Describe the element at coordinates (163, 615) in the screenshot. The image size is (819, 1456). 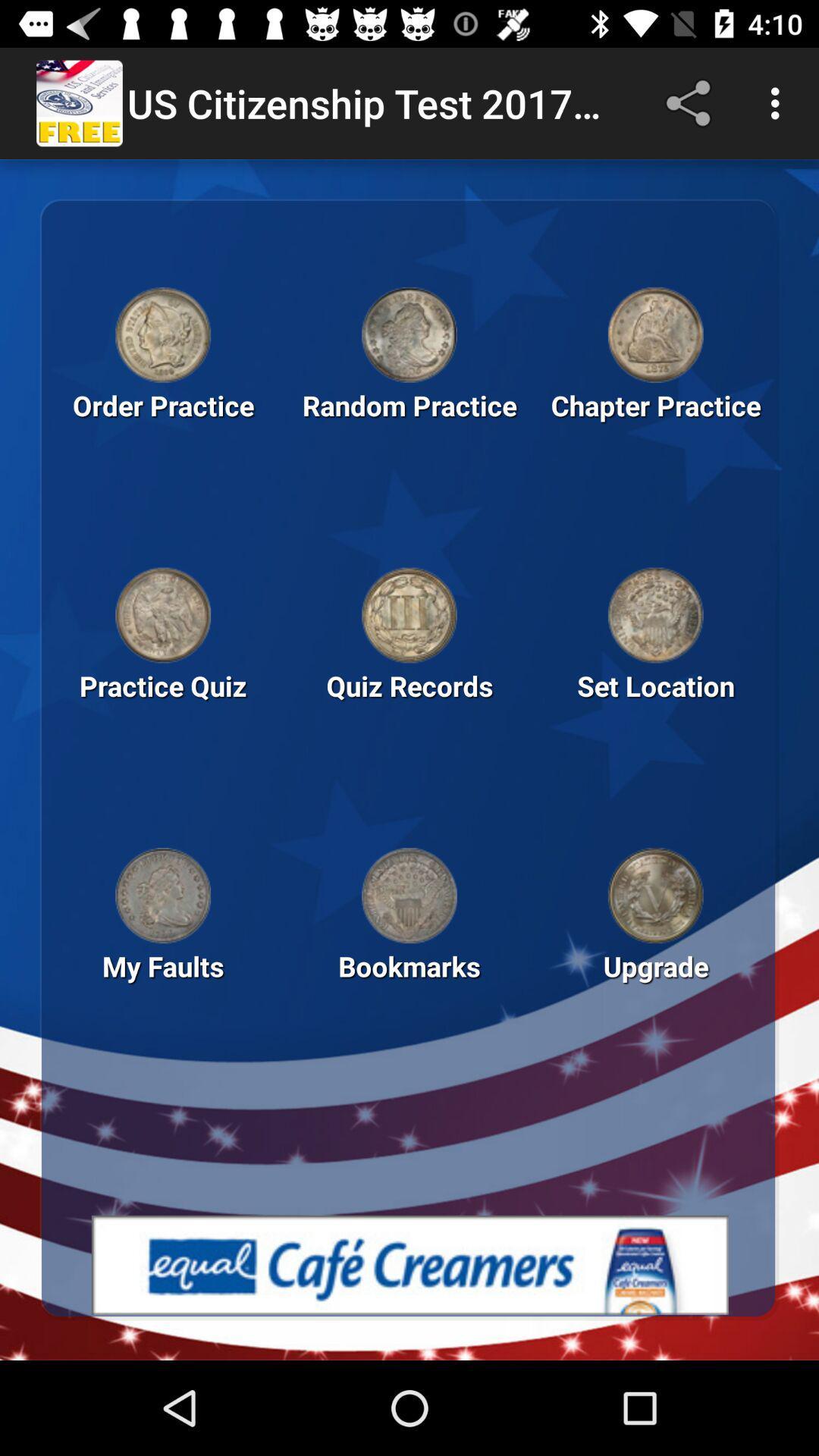
I see `link to practice quiz` at that location.